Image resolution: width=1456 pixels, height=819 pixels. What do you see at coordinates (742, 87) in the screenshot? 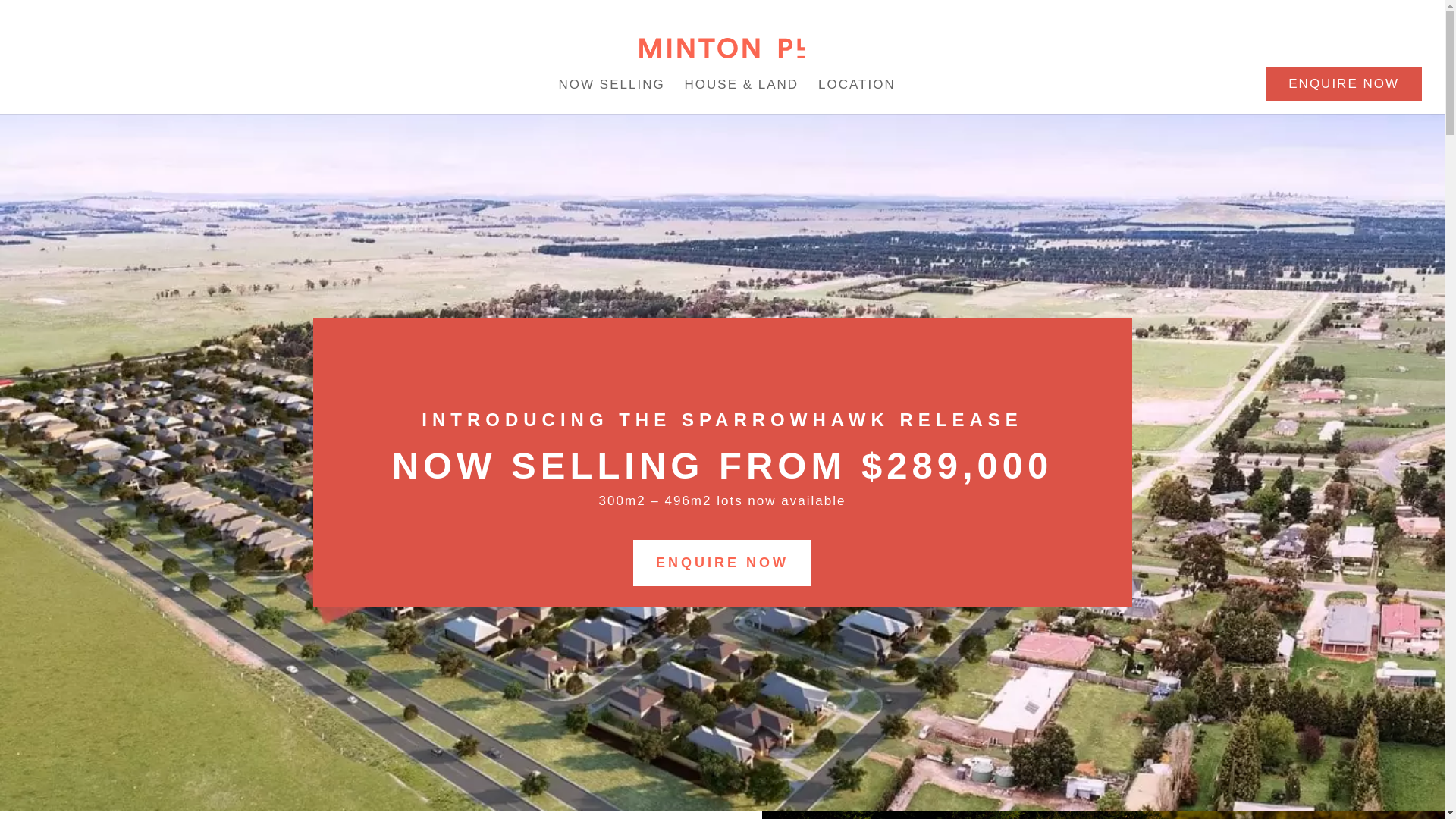
I see `'HOUSE & LAND'` at bounding box center [742, 87].